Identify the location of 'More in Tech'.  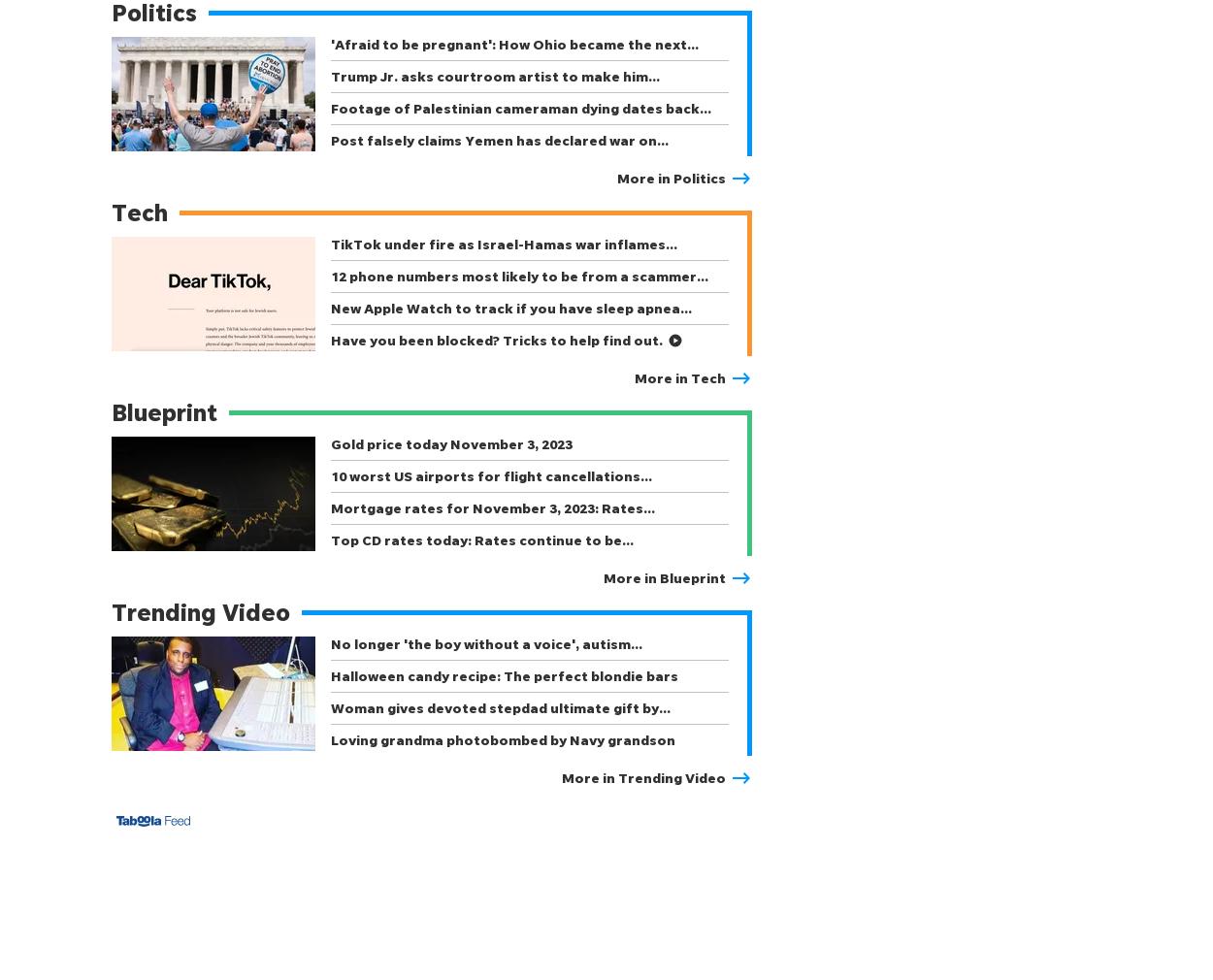
(679, 377).